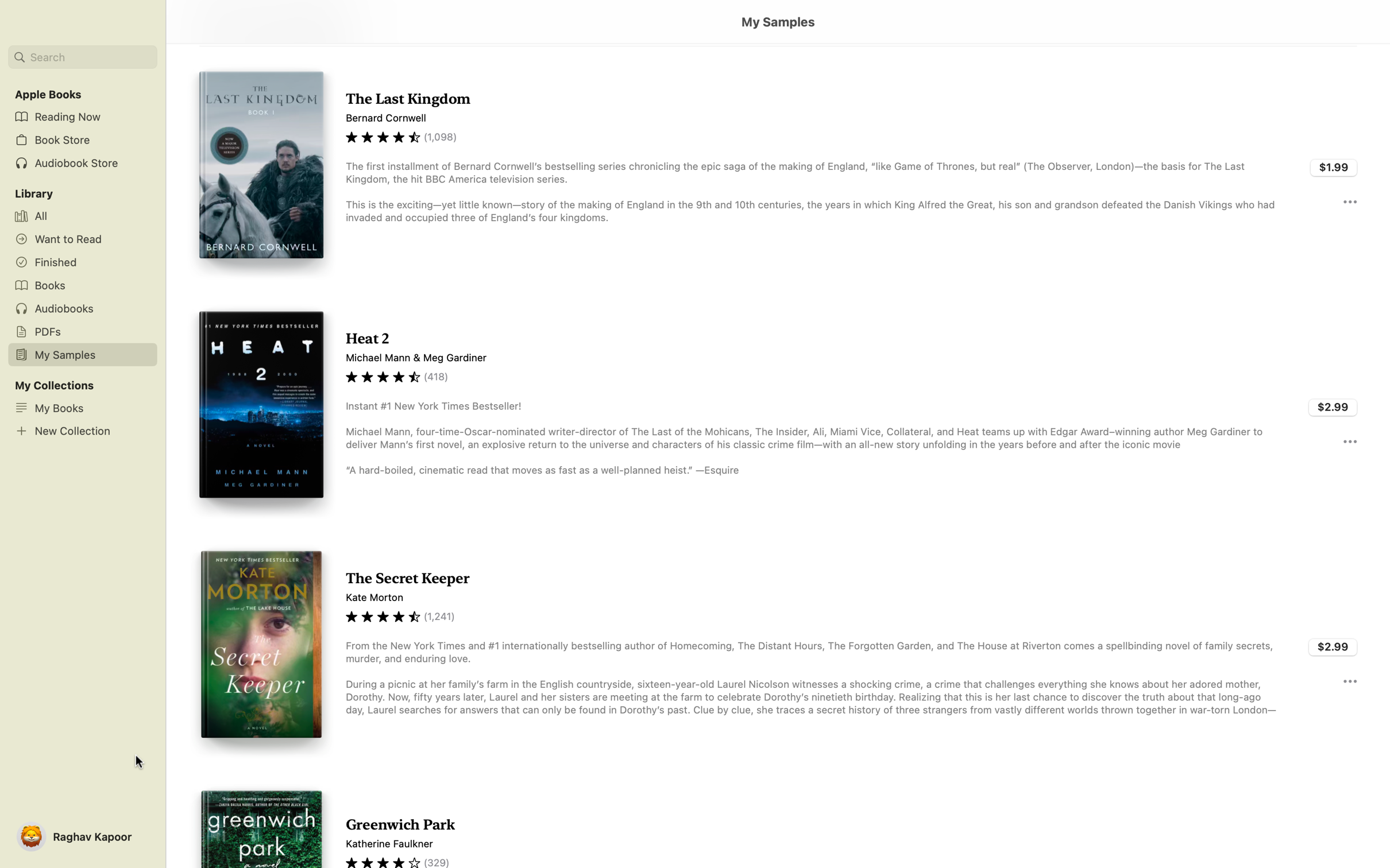 Image resolution: width=1390 pixels, height=868 pixels. What do you see at coordinates (2613895, 957404) in the screenshot?
I see `Scroll down slightly to view the "Greenwich Park" book` at bounding box center [2613895, 957404].